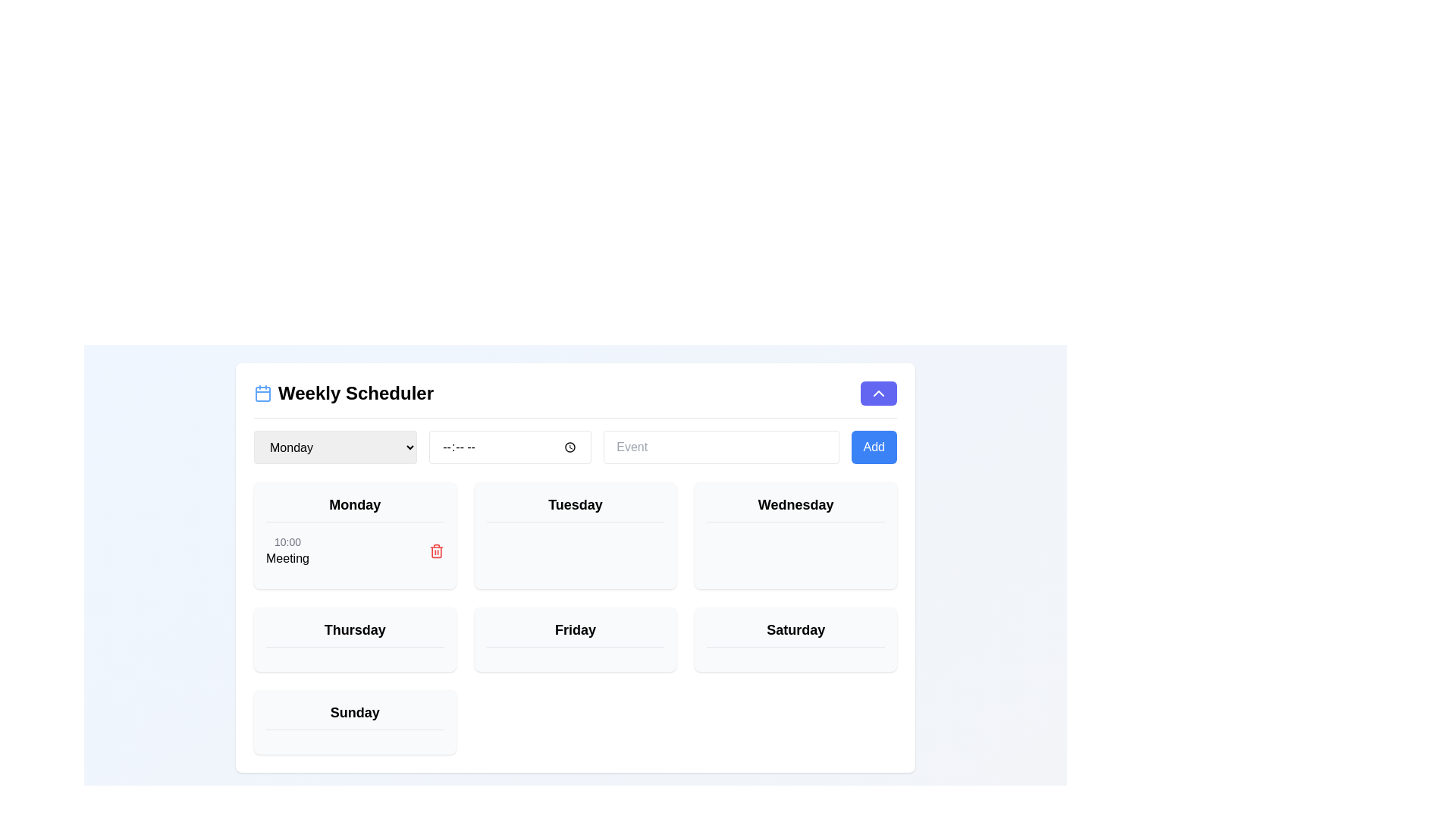 The height and width of the screenshot is (819, 1456). Describe the element at coordinates (878, 393) in the screenshot. I see `the arrow icon located in the top-right corner of the rounded rectangular button with a purple background` at that location.